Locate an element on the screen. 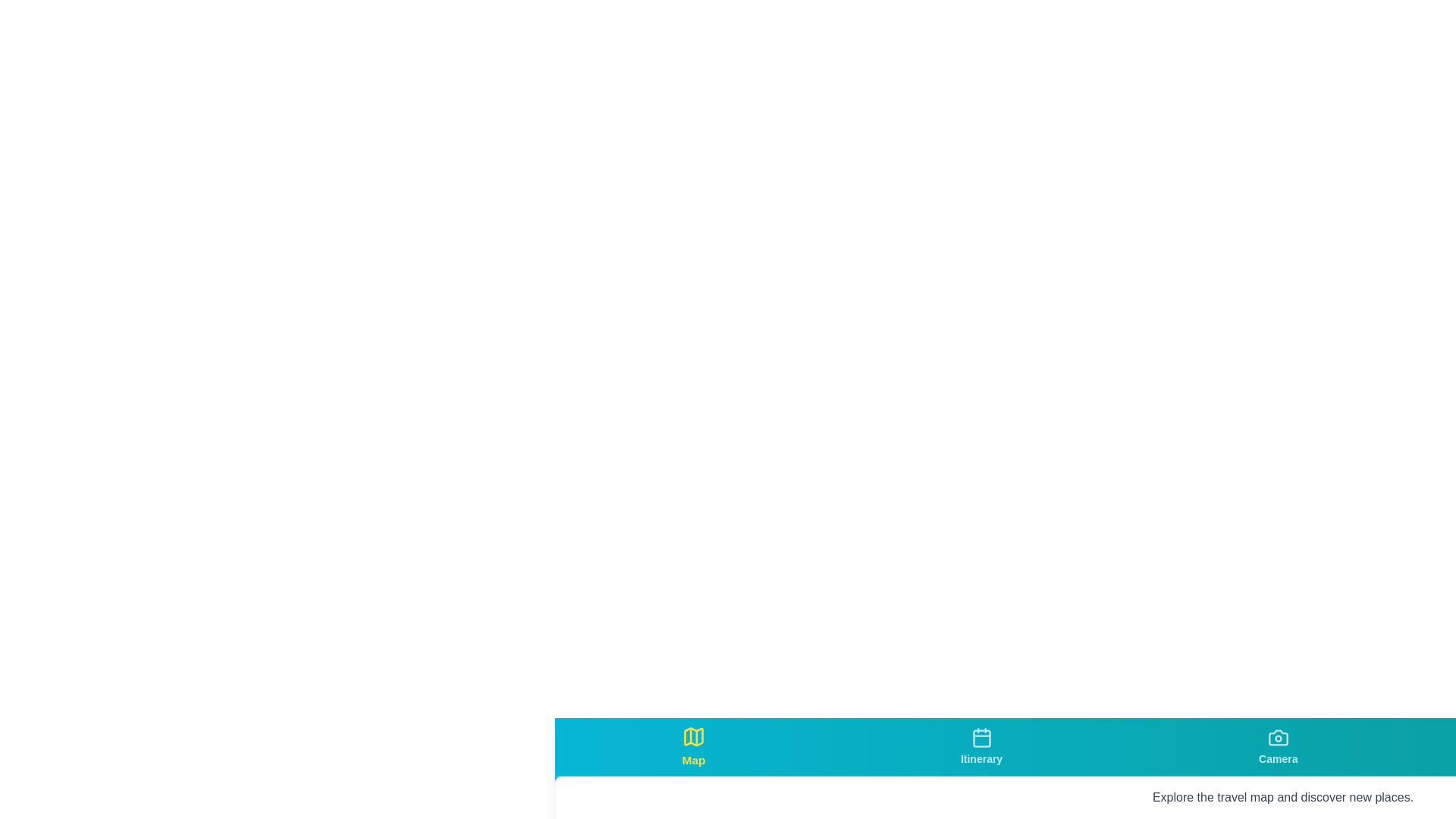  the Camera tab to activate it is located at coordinates (1277, 745).